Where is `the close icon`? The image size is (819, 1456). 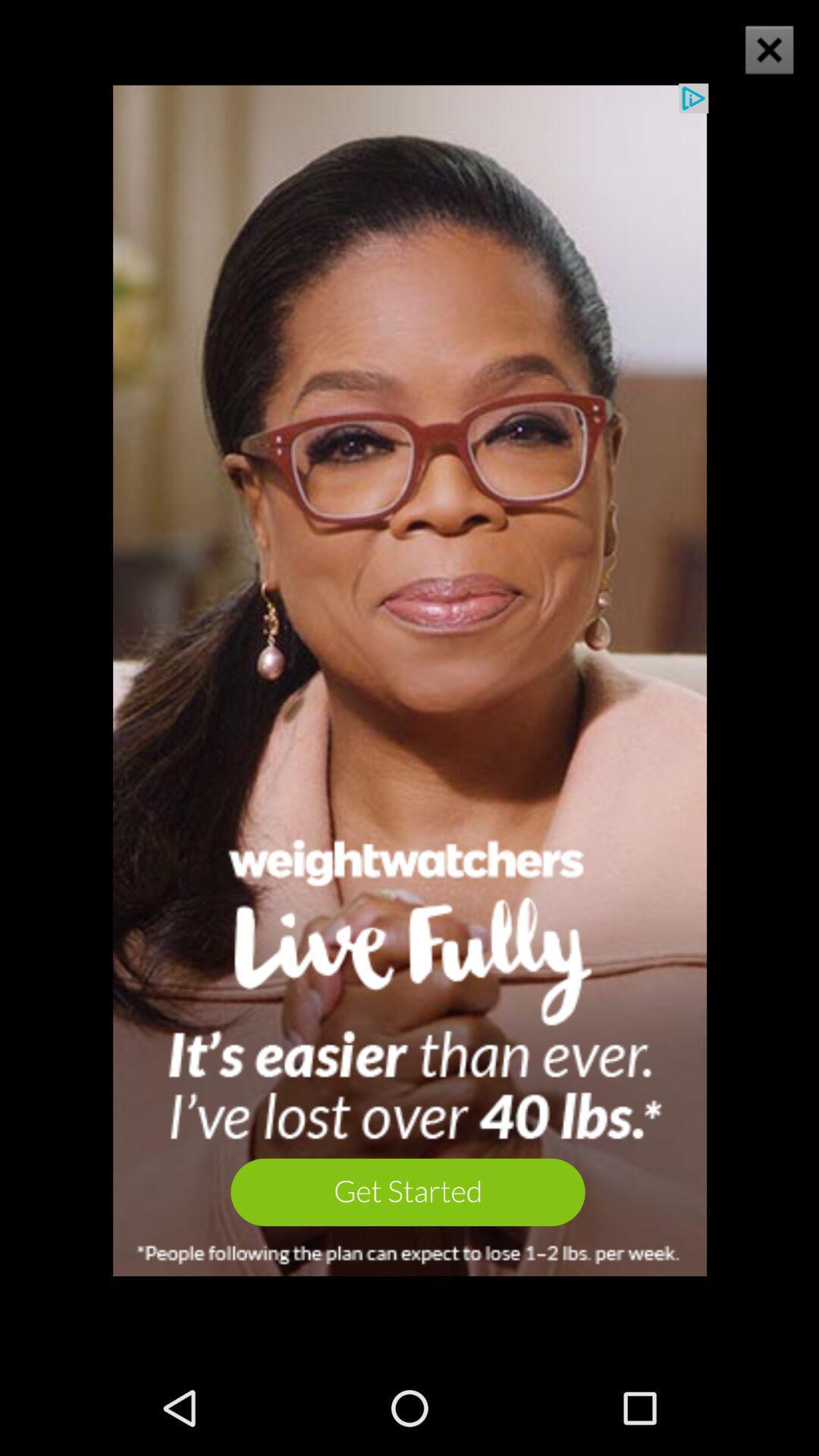 the close icon is located at coordinates (769, 53).